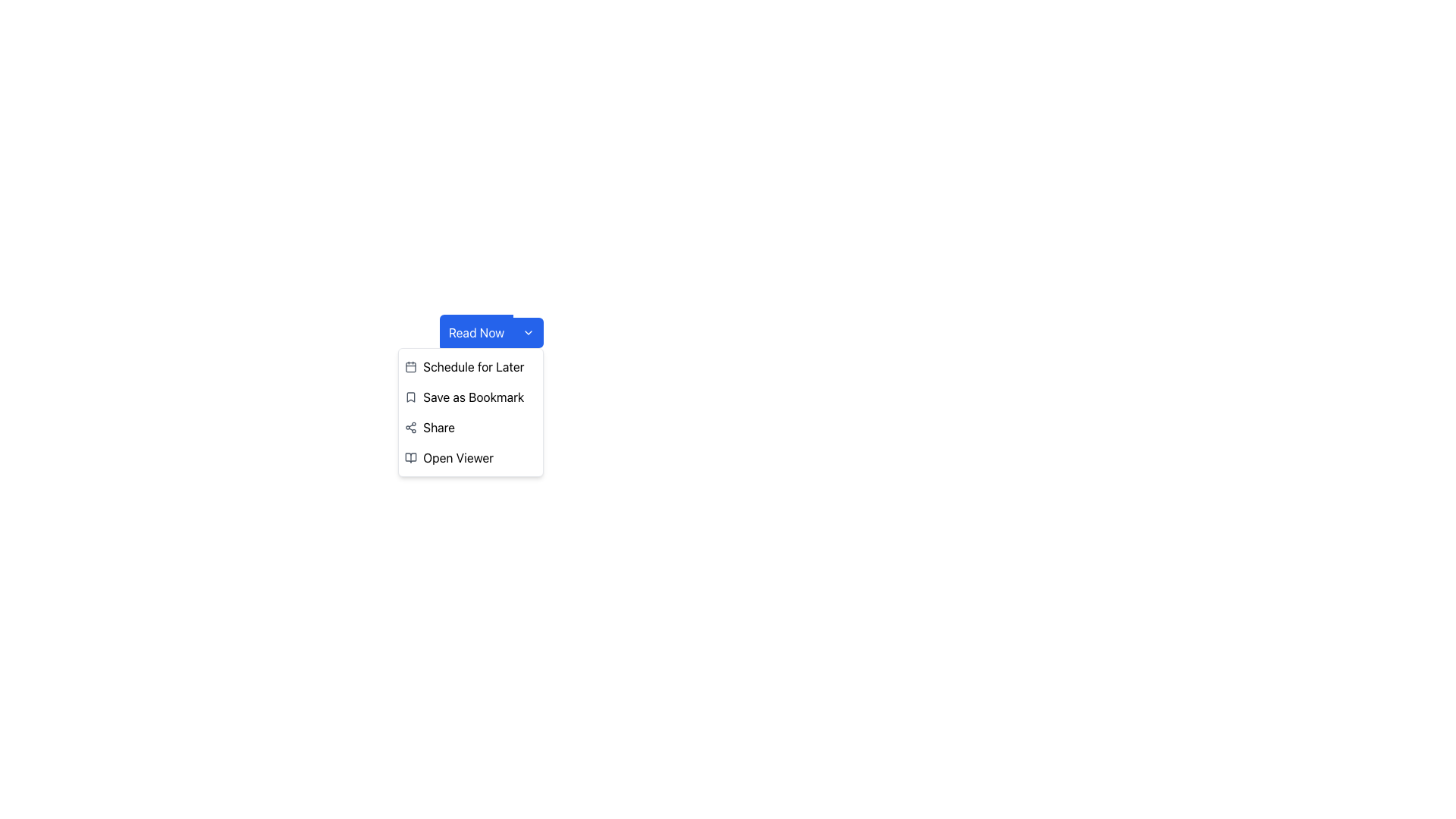 The height and width of the screenshot is (819, 1456). What do you see at coordinates (411, 457) in the screenshot?
I see `the 'Open Viewer' icon, which is located to the left of the text label 'Open Viewer' in the last menu item of the dropdown options` at bounding box center [411, 457].